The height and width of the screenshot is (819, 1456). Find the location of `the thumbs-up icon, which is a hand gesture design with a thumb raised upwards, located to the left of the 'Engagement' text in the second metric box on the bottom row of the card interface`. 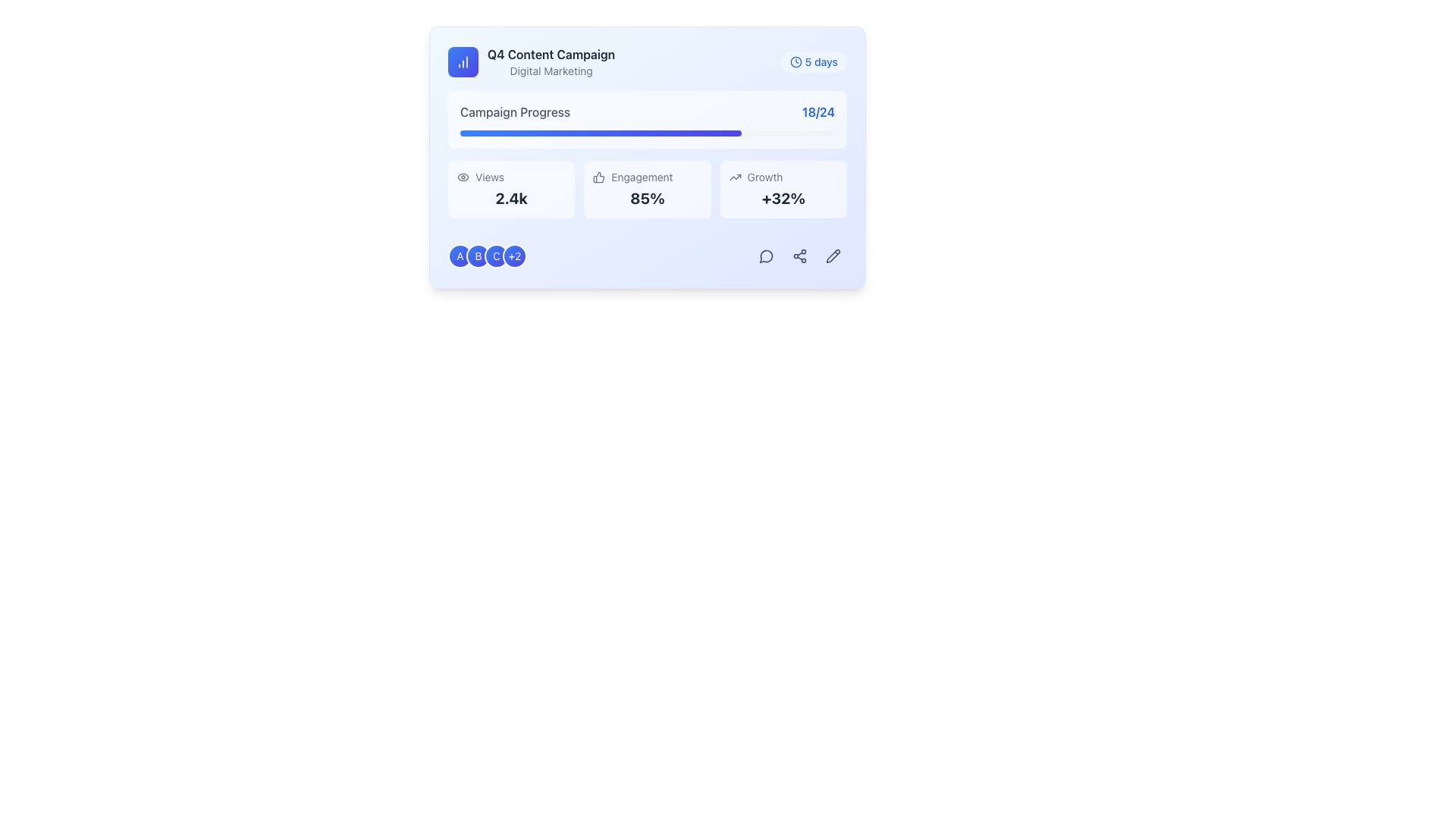

the thumbs-up icon, which is a hand gesture design with a thumb raised upwards, located to the left of the 'Engagement' text in the second metric box on the bottom row of the card interface is located at coordinates (598, 177).